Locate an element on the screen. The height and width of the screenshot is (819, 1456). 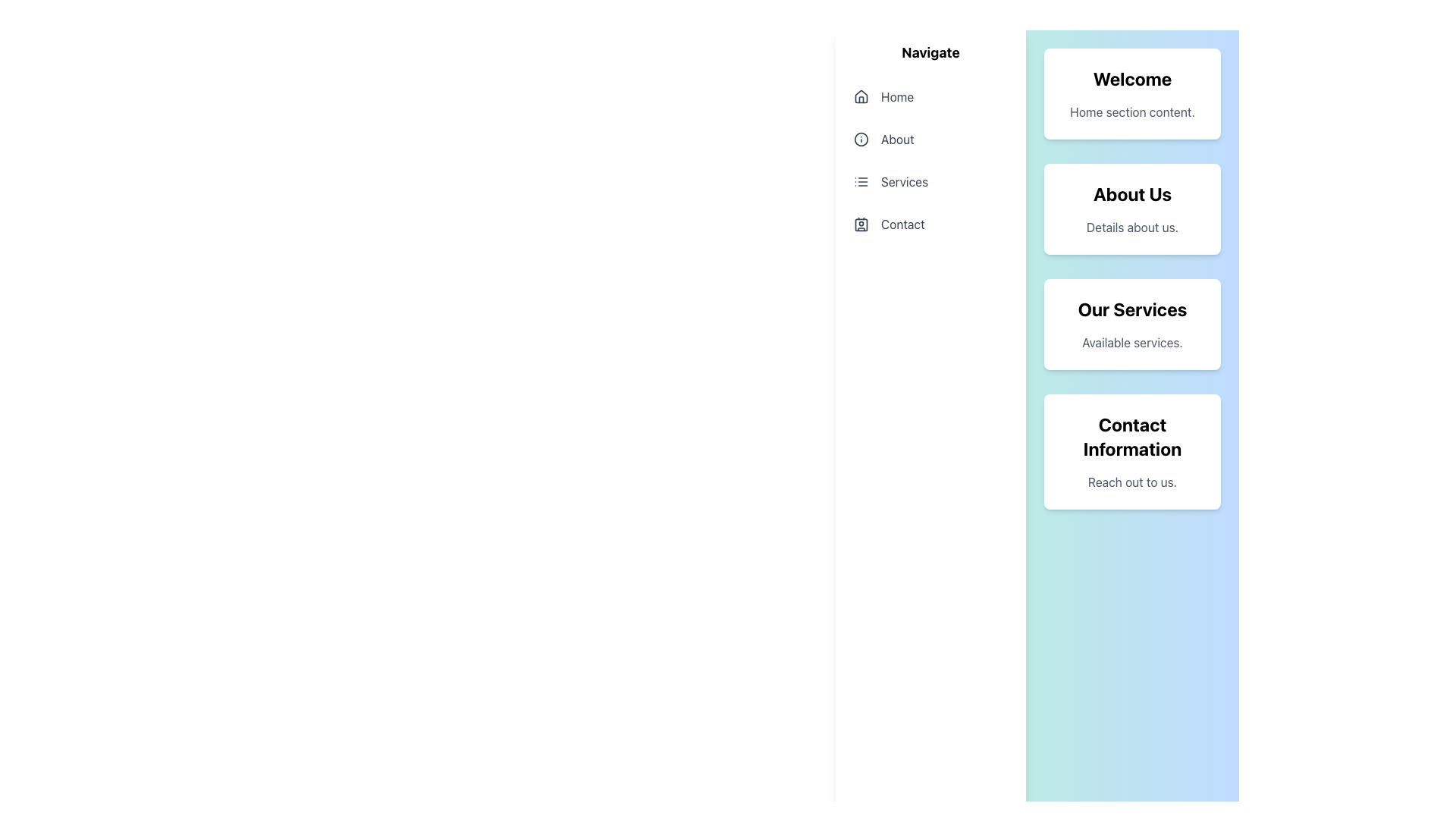
the 'About' text label in the sidebar navigation, which is the second item in the list, to provide visual feedback for the user is located at coordinates (897, 140).